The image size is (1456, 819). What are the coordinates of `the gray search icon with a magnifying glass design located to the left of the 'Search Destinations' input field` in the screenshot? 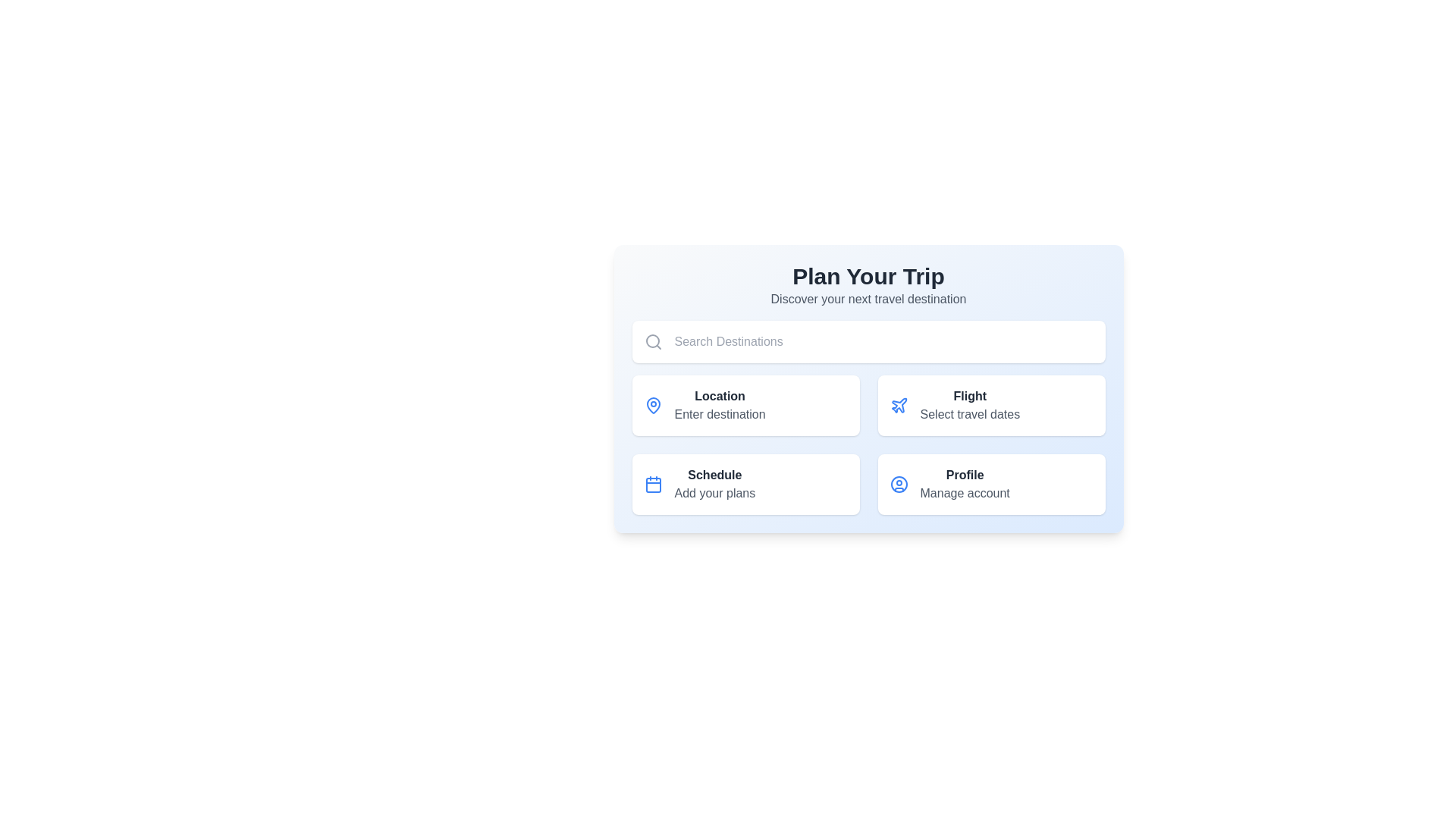 It's located at (653, 342).